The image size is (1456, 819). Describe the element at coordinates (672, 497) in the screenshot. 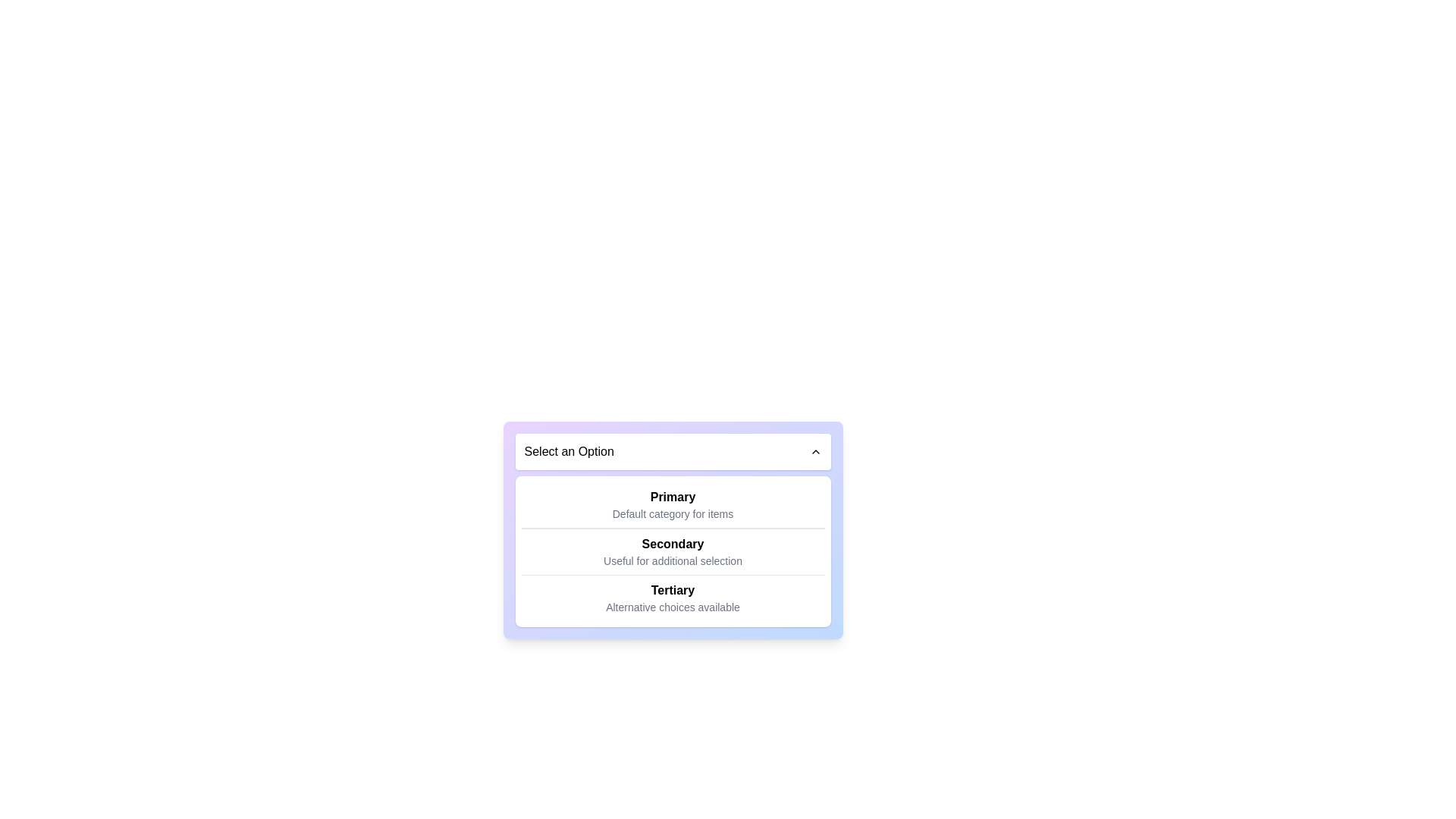

I see `the 'Primary' text label` at that location.